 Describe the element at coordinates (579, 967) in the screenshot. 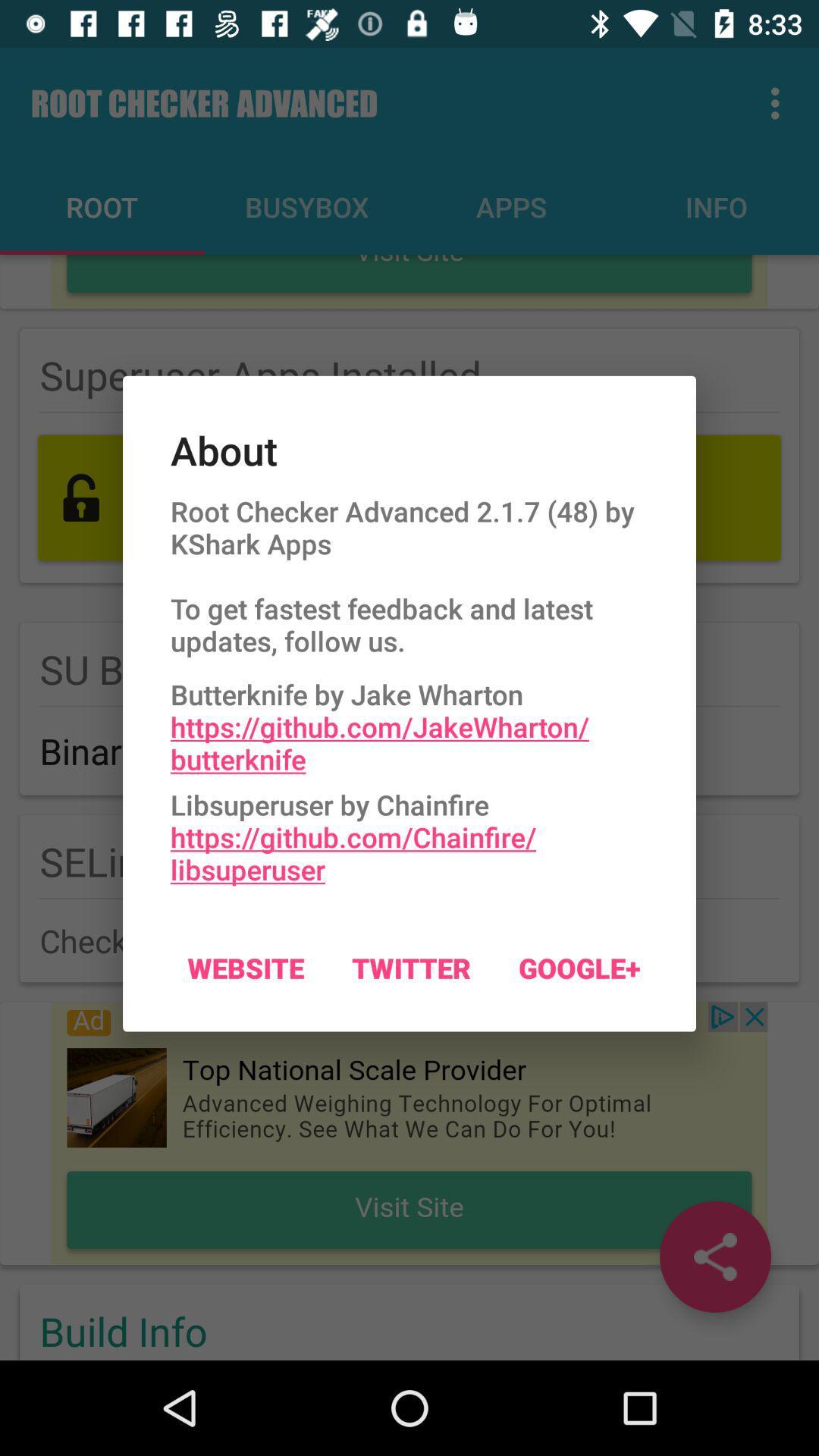

I see `icon next to twitter item` at that location.